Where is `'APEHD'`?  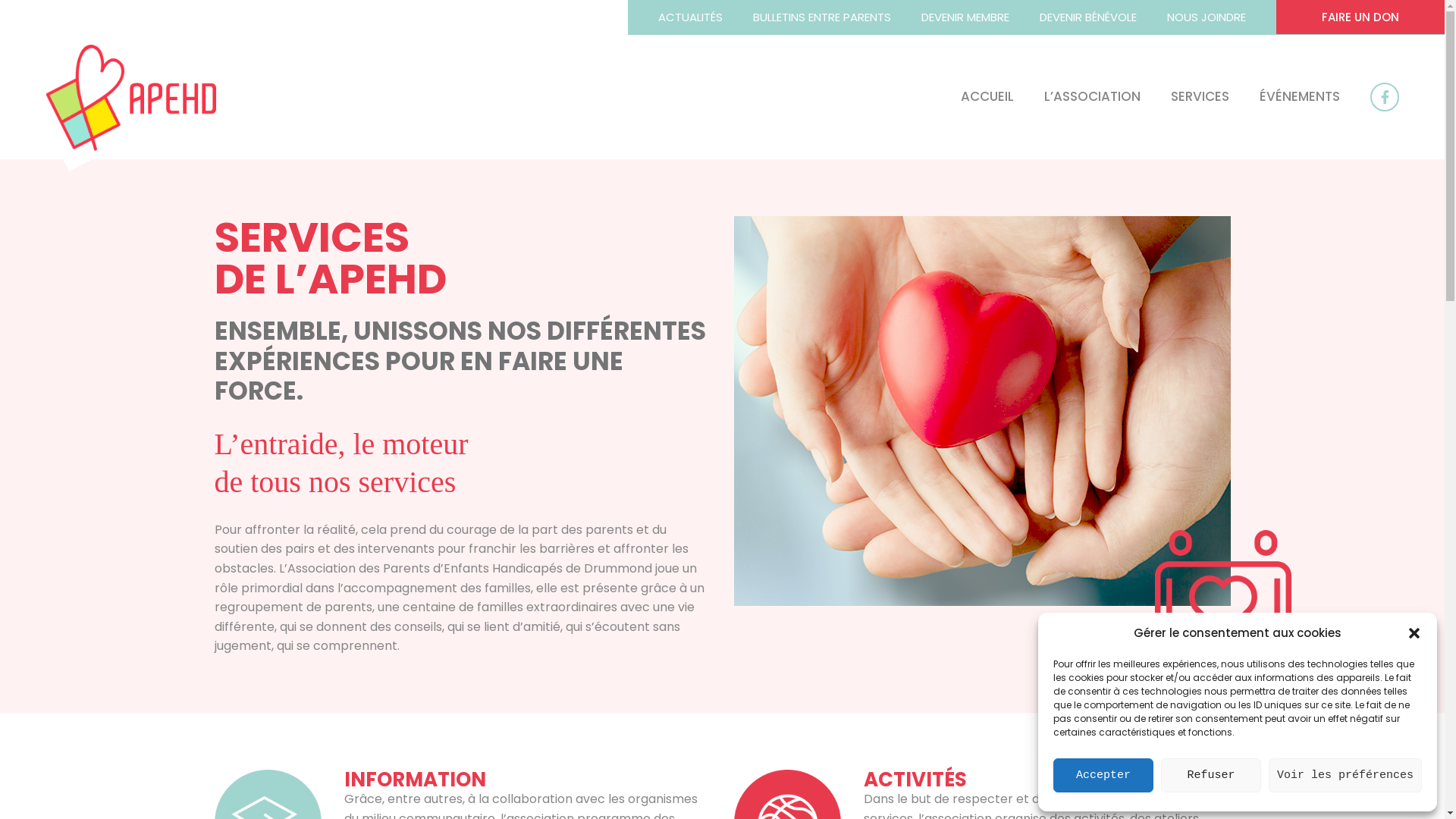 'APEHD' is located at coordinates (130, 96).